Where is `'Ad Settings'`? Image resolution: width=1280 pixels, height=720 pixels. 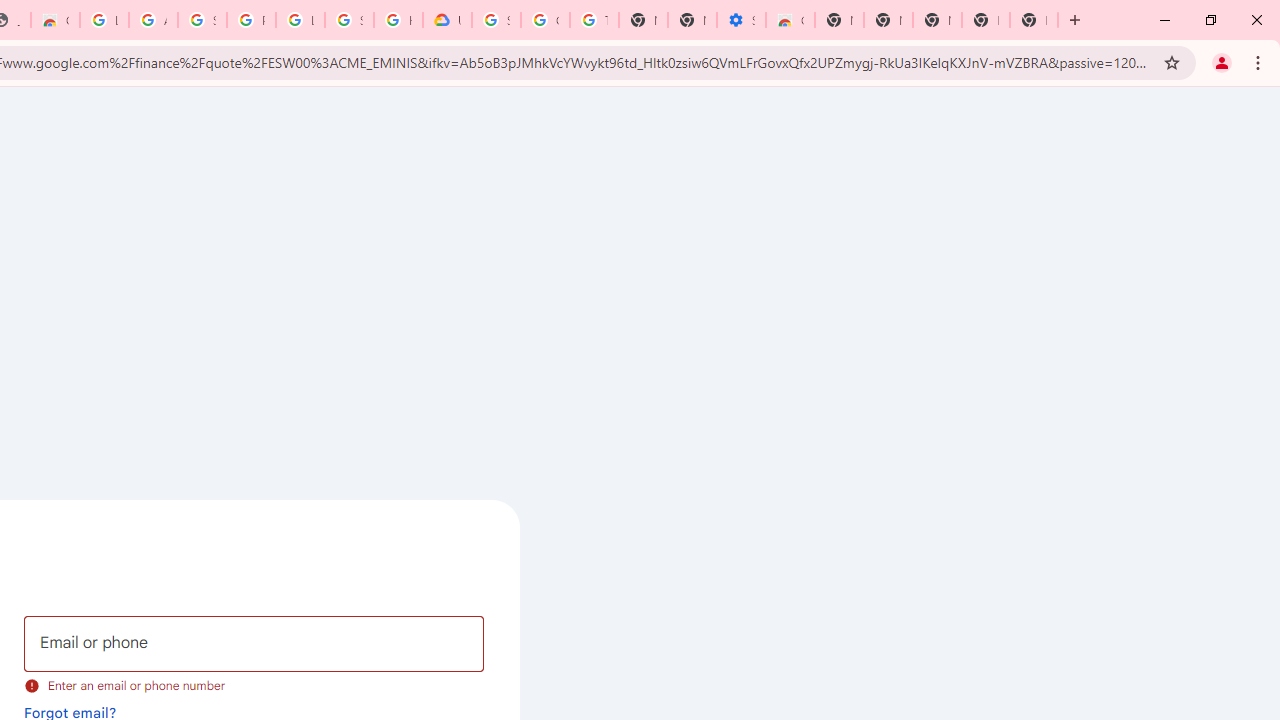 'Ad Settings' is located at coordinates (152, 20).